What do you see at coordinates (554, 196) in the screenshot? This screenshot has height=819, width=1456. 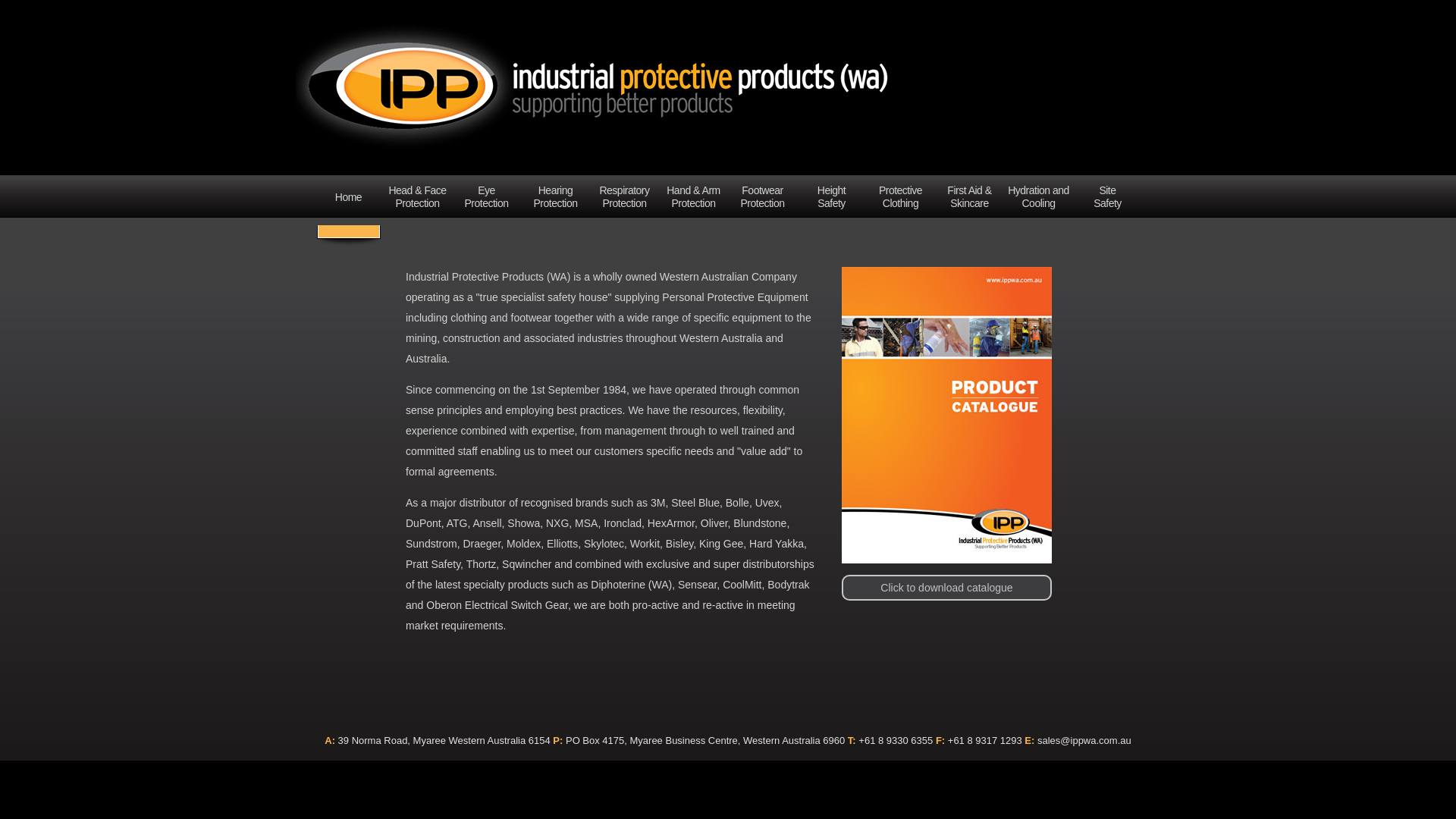 I see `'Hearing Protection'` at bounding box center [554, 196].